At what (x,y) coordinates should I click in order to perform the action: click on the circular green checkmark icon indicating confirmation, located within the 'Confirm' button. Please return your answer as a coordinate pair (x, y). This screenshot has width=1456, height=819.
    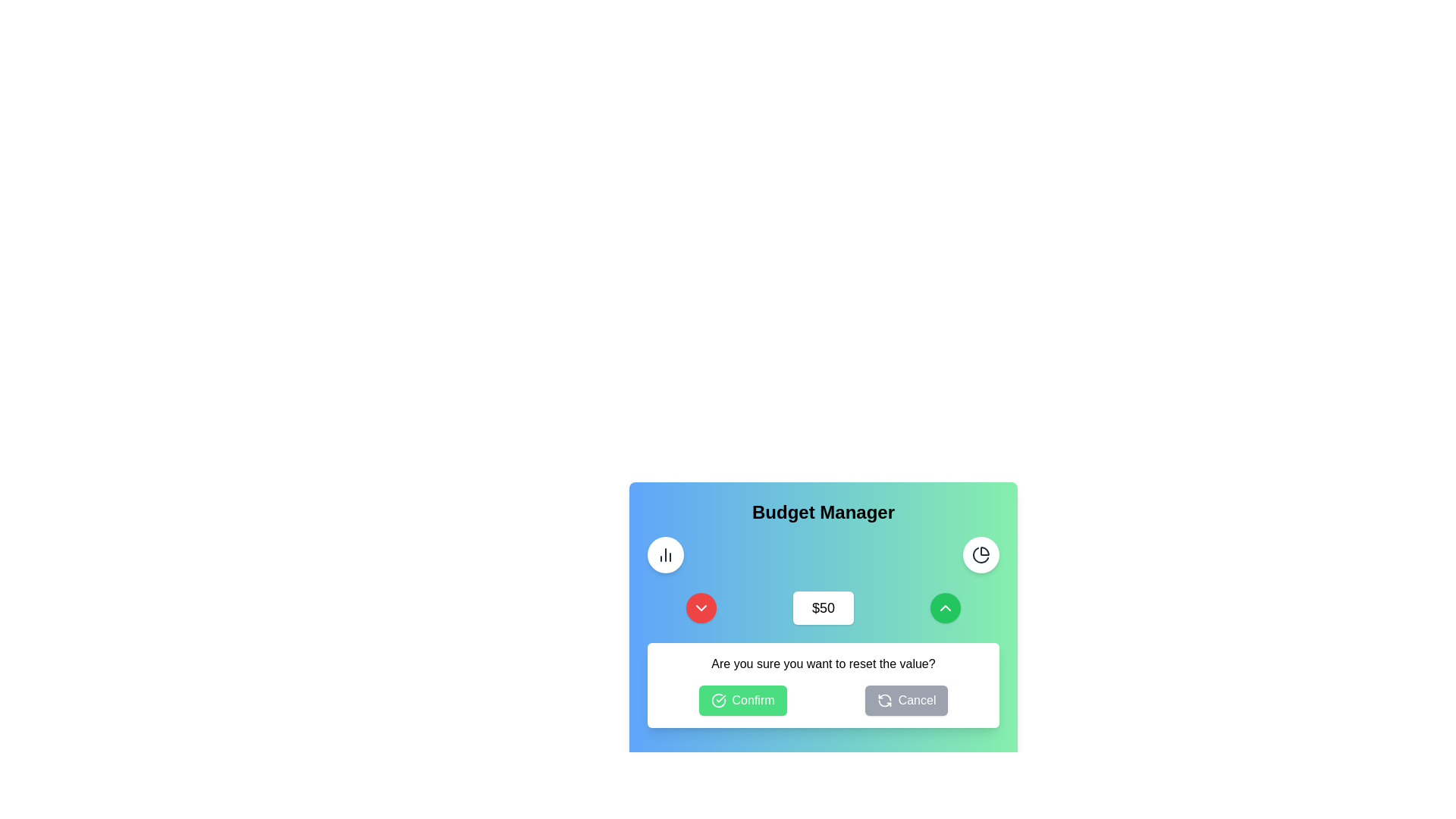
    Looking at the image, I should click on (717, 701).